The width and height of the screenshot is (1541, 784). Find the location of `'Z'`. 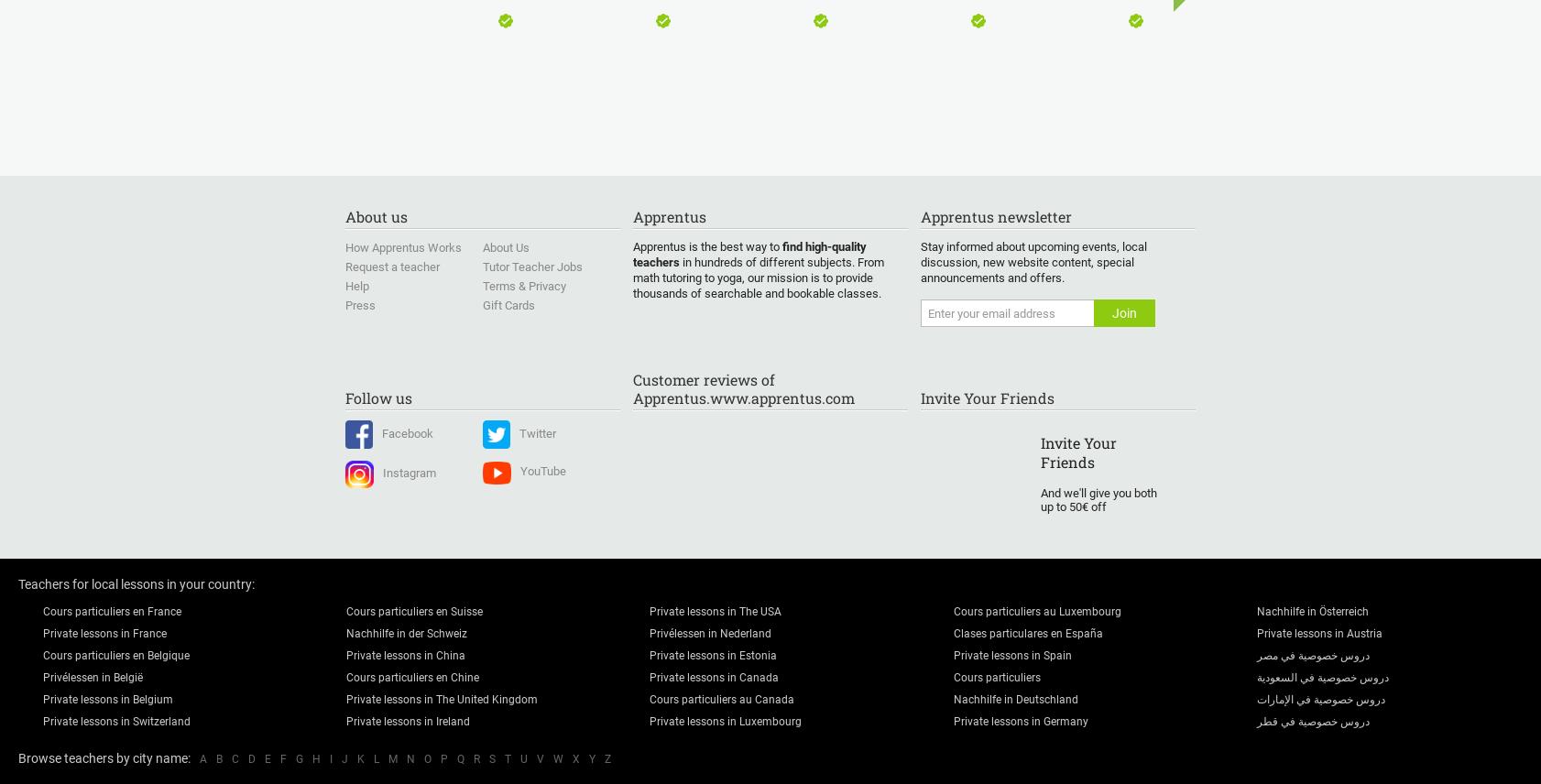

'Z' is located at coordinates (607, 758).